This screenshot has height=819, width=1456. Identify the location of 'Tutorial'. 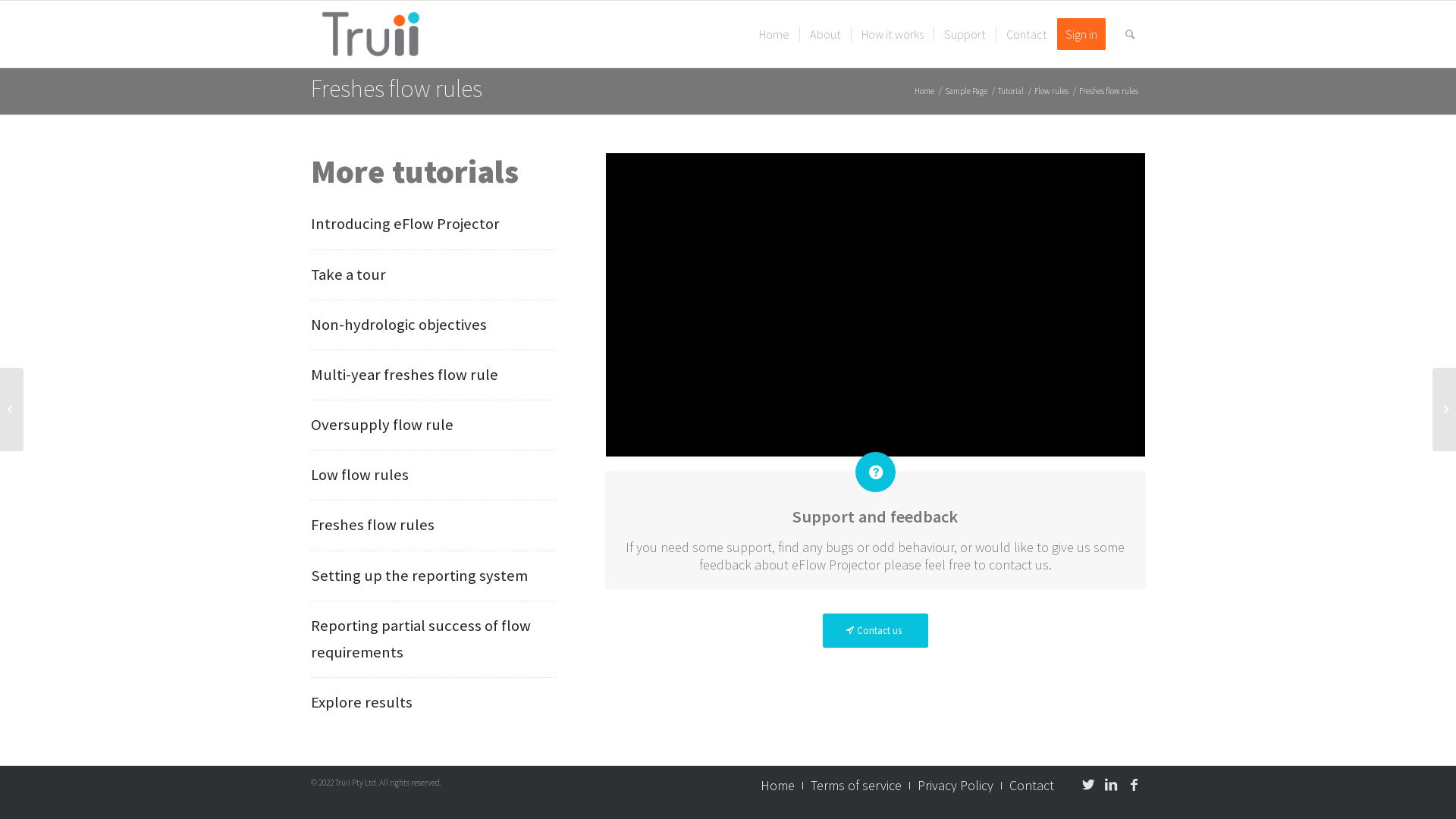
(996, 91).